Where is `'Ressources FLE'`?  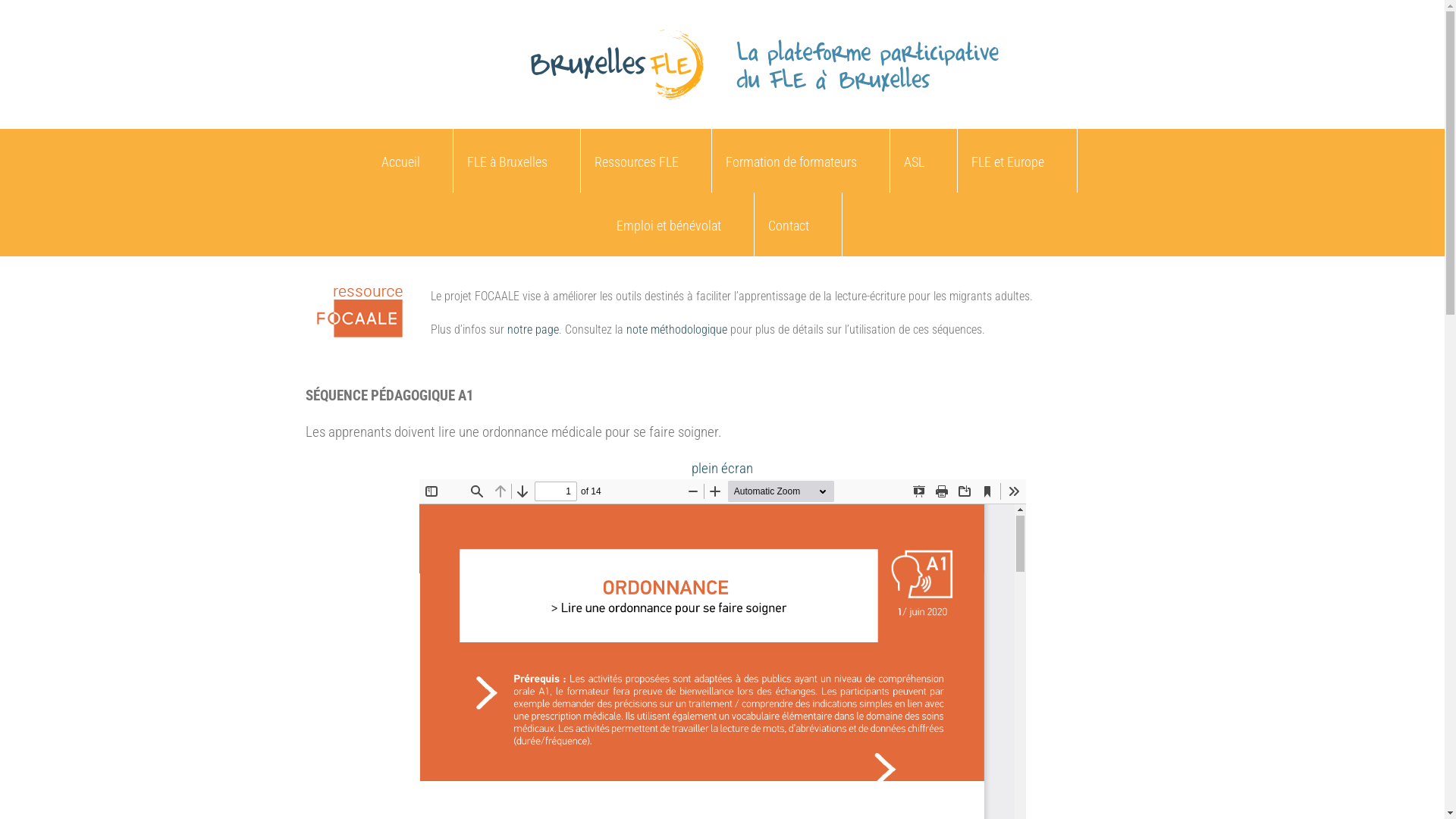 'Ressources FLE' is located at coordinates (580, 161).